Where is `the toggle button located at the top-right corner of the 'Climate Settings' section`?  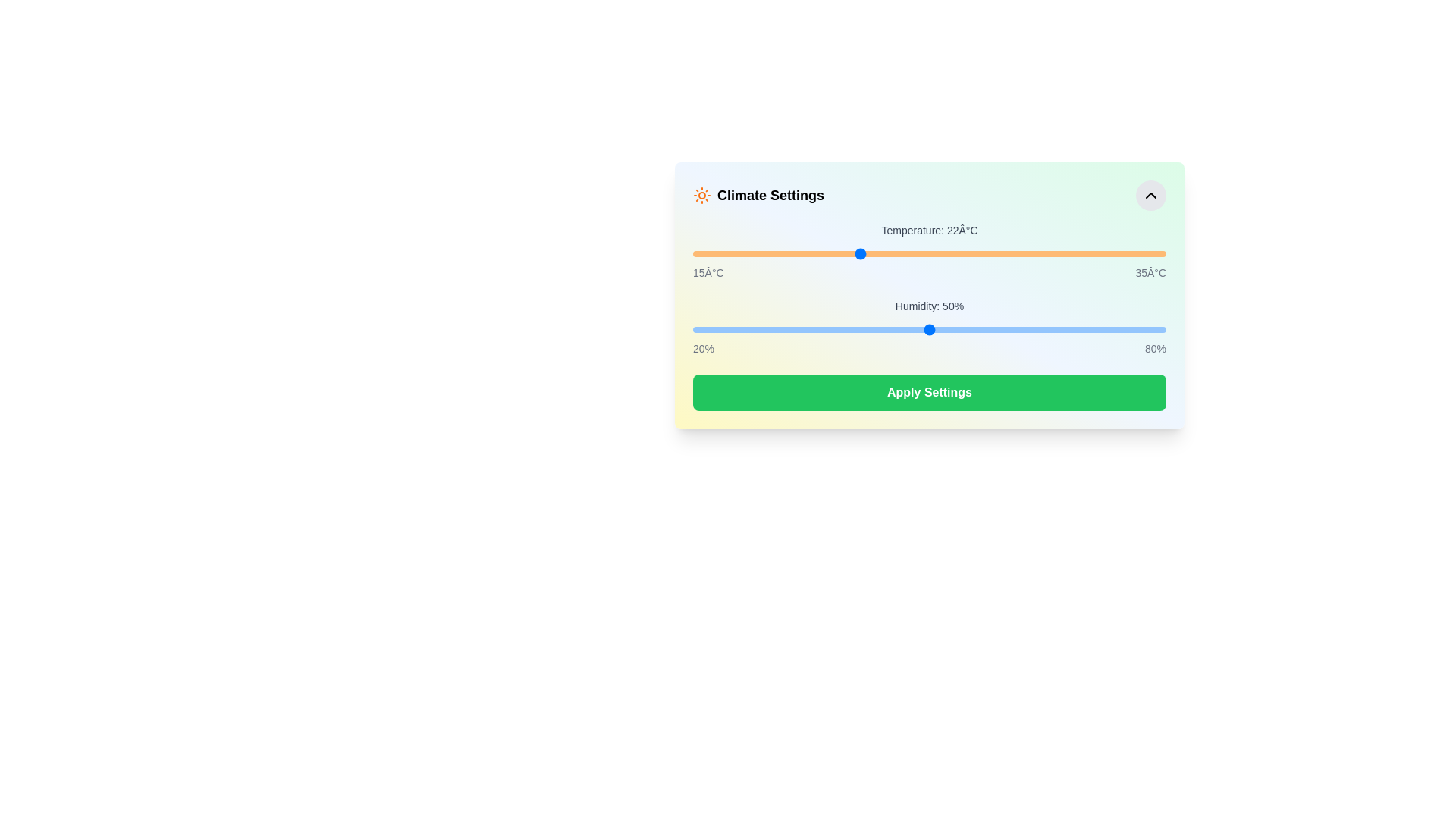 the toggle button located at the top-right corner of the 'Climate Settings' section is located at coordinates (1150, 195).